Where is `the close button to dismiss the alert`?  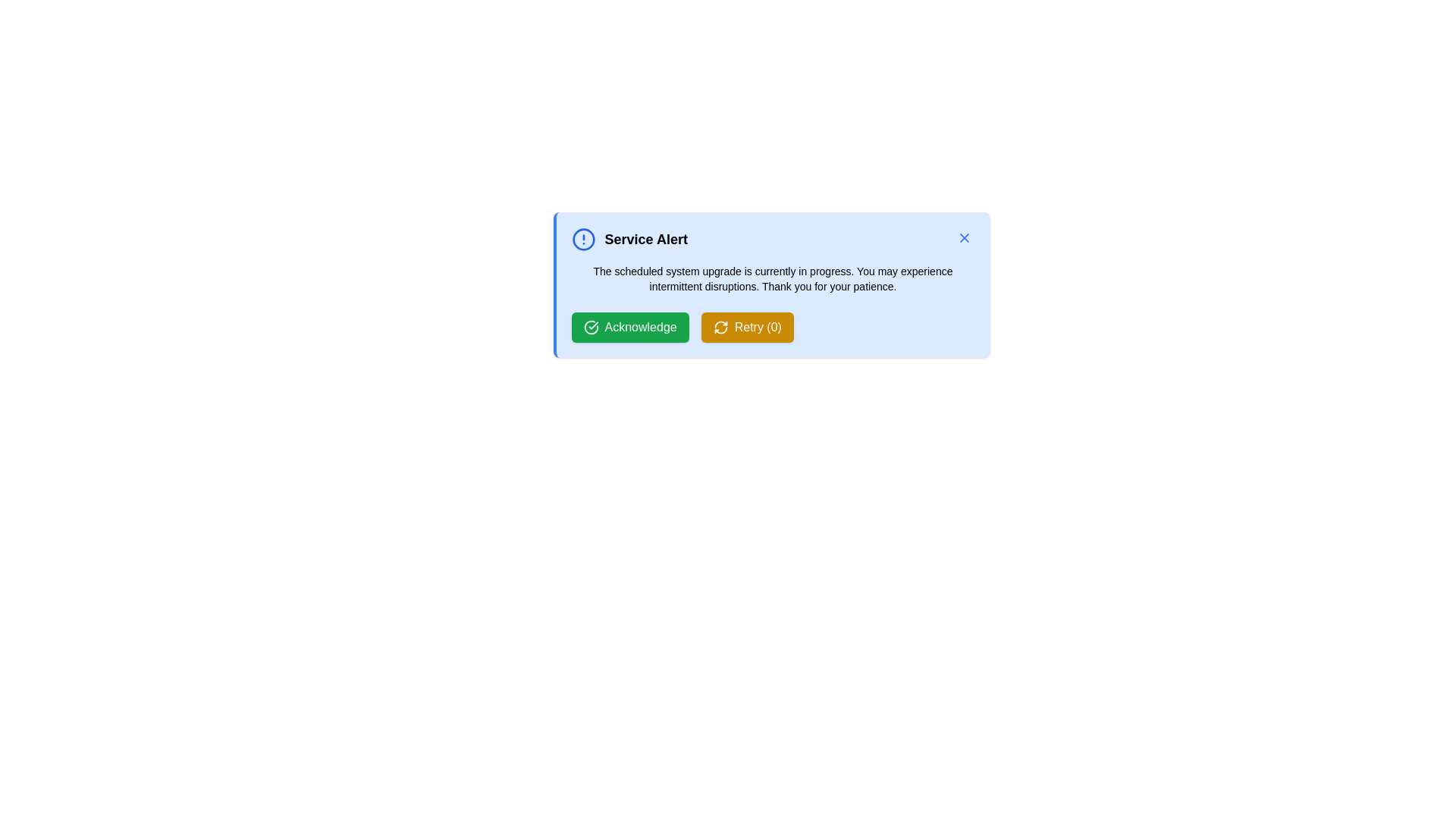 the close button to dismiss the alert is located at coordinates (963, 237).